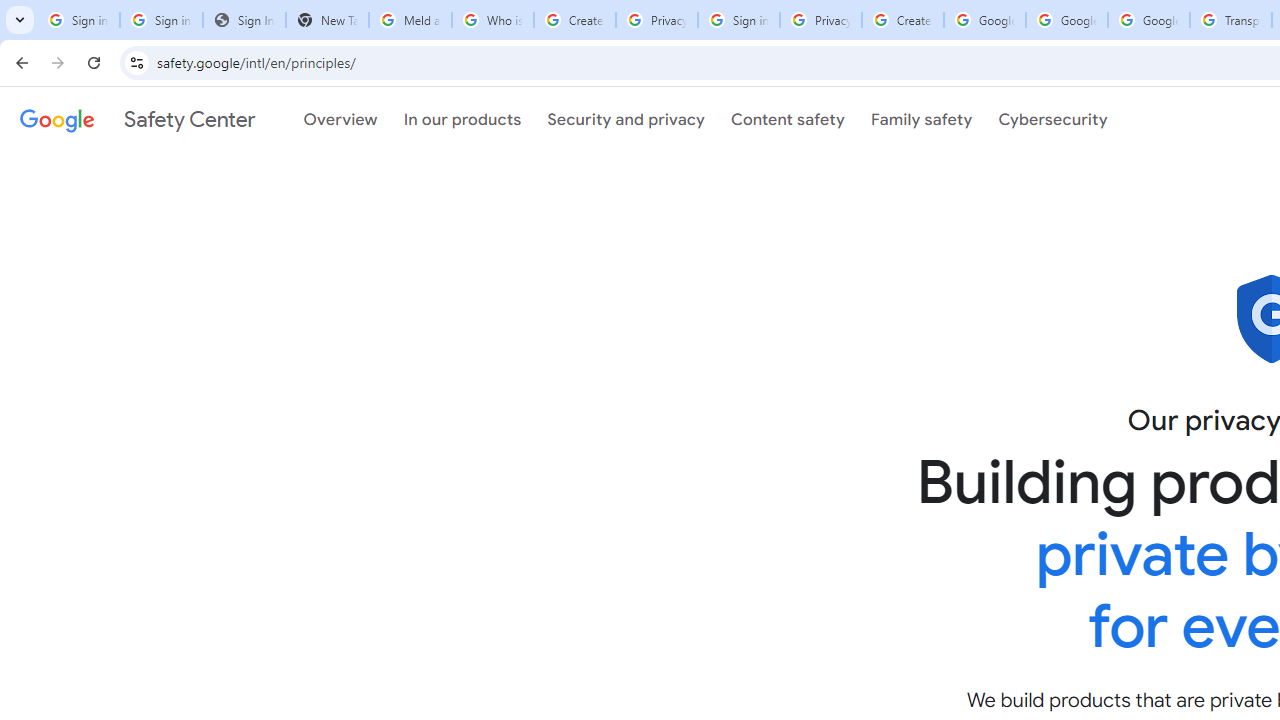 This screenshot has height=720, width=1280. What do you see at coordinates (737, 20) in the screenshot?
I see `'Sign in - Google Accounts'` at bounding box center [737, 20].